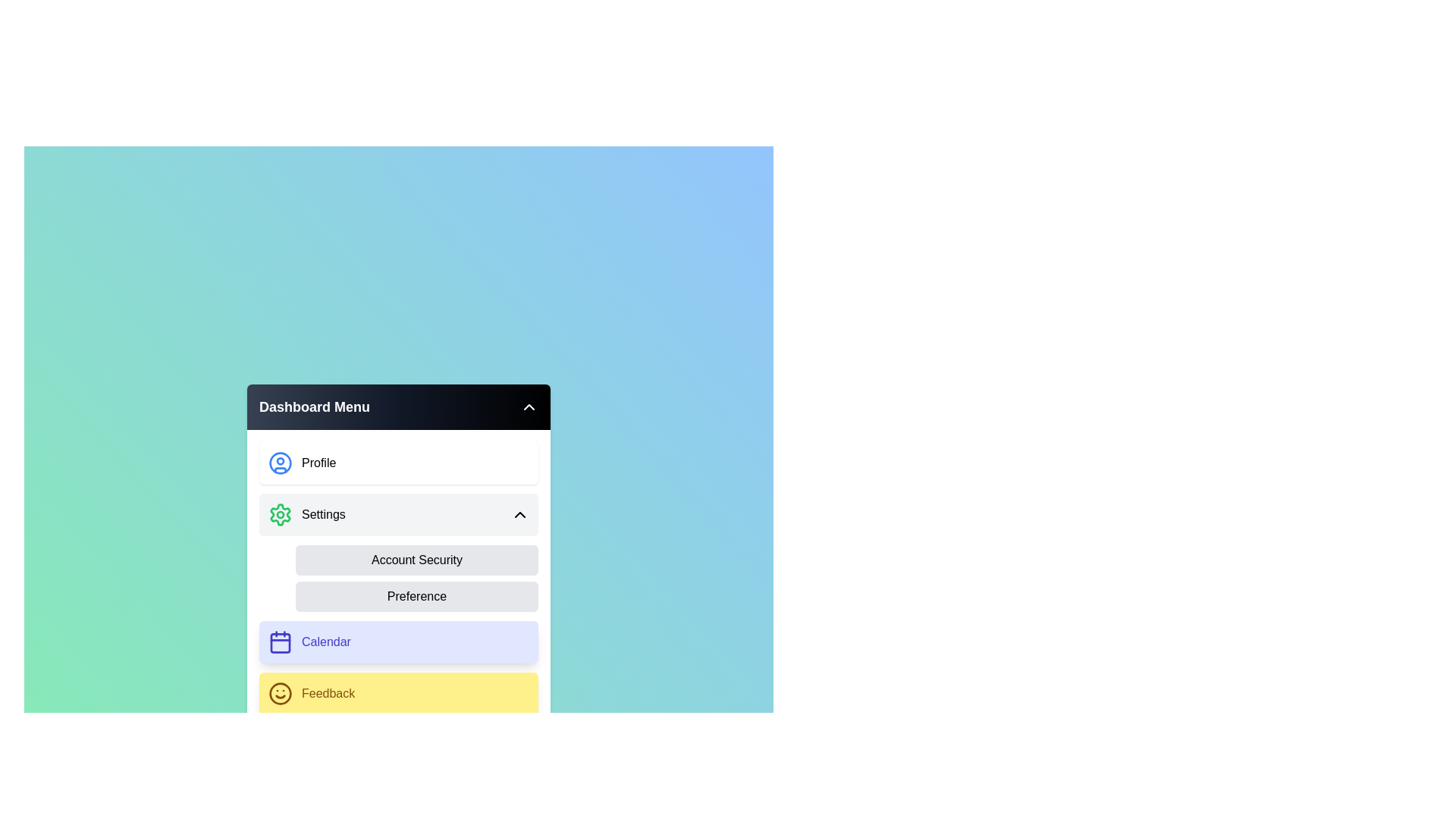 This screenshot has height=819, width=1456. What do you see at coordinates (280, 462) in the screenshot?
I see `the outermost circular shape of the blue-stroked icon adjacent to the 'Profile' menu entry` at bounding box center [280, 462].